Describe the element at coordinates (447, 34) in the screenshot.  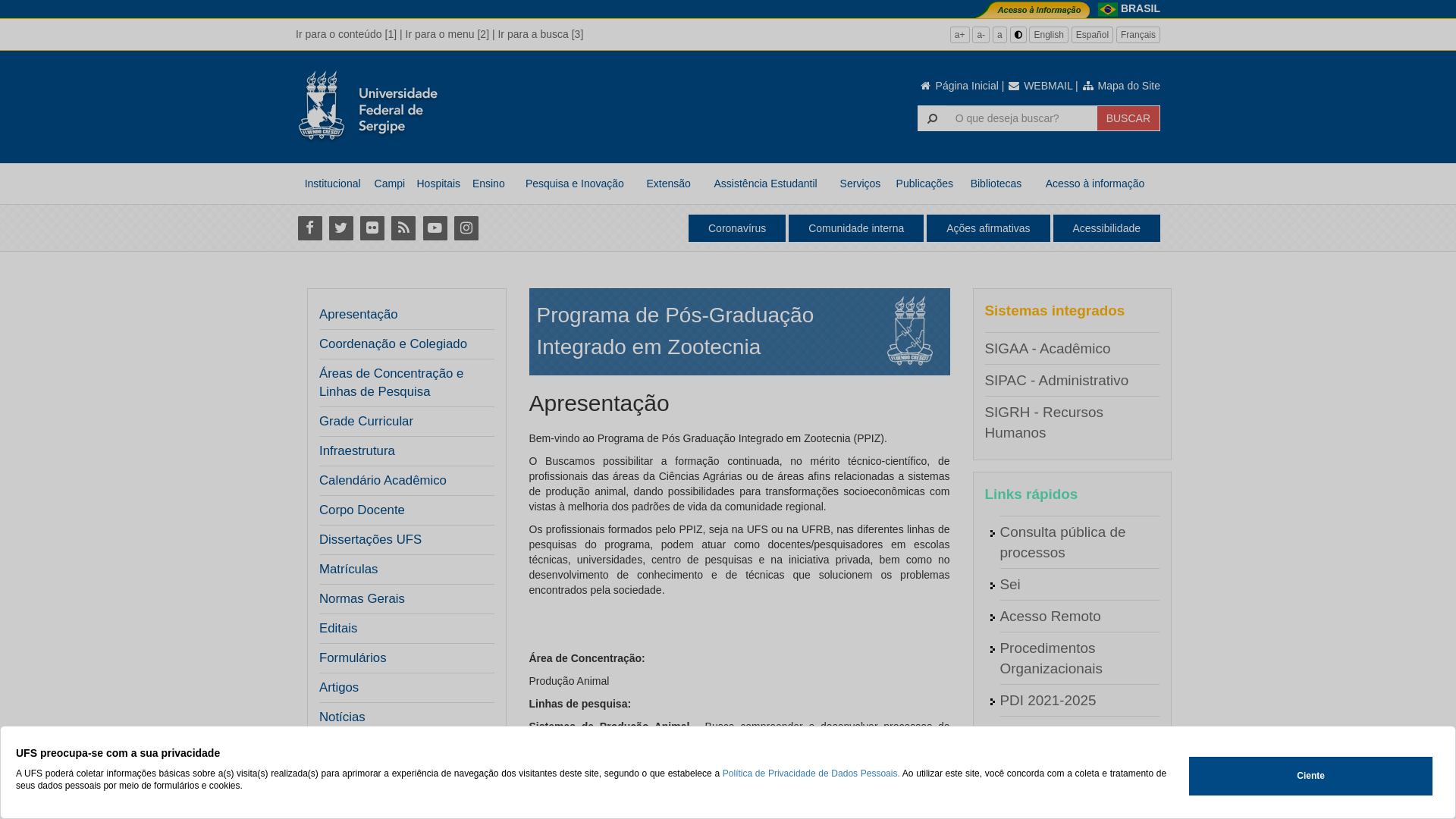
I see `'Ir para o menu [2]'` at that location.